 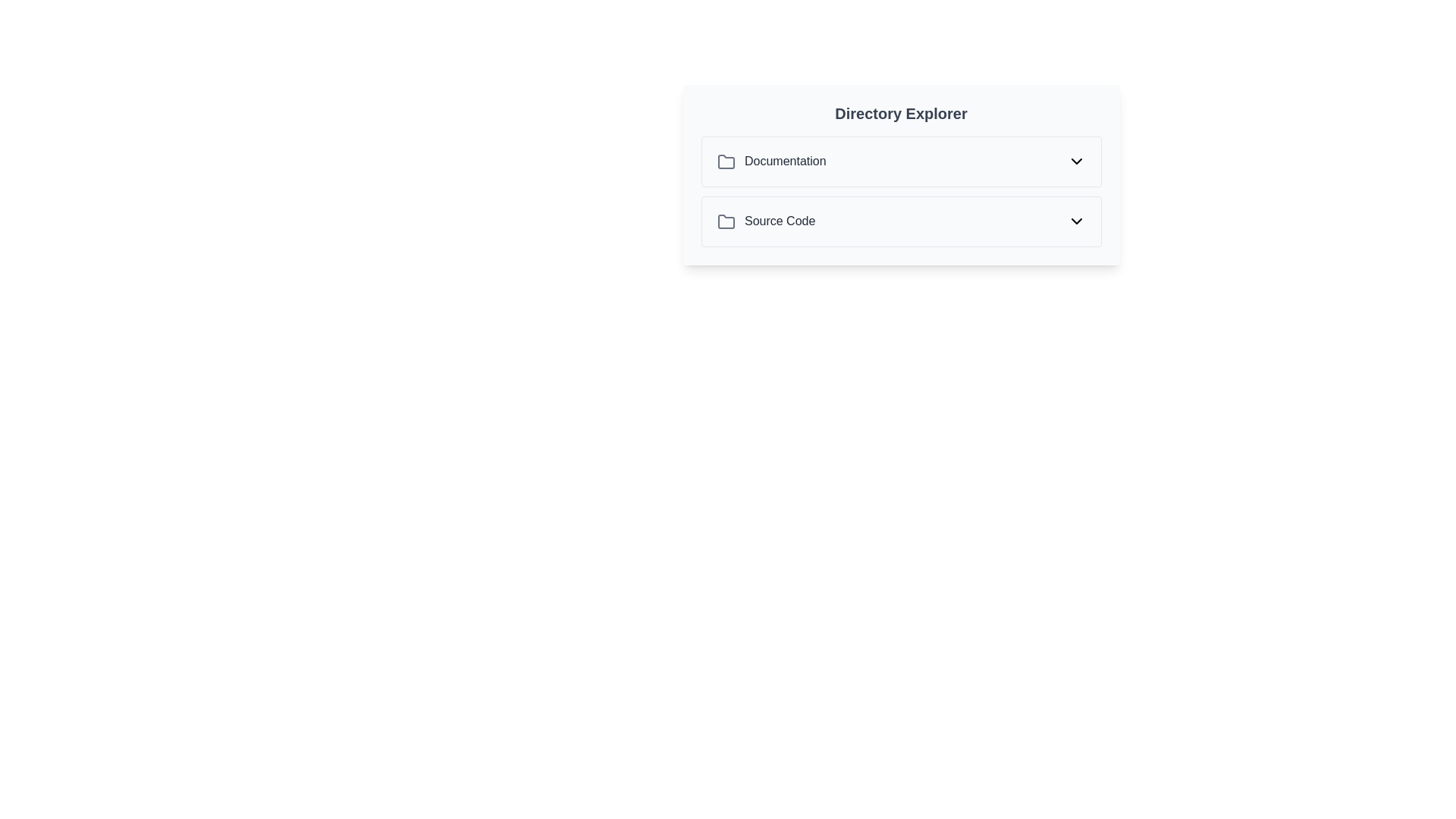 I want to click on the chevron icon located at the rightmost end of the 'Documentation' menu entry, so click(x=1075, y=162).